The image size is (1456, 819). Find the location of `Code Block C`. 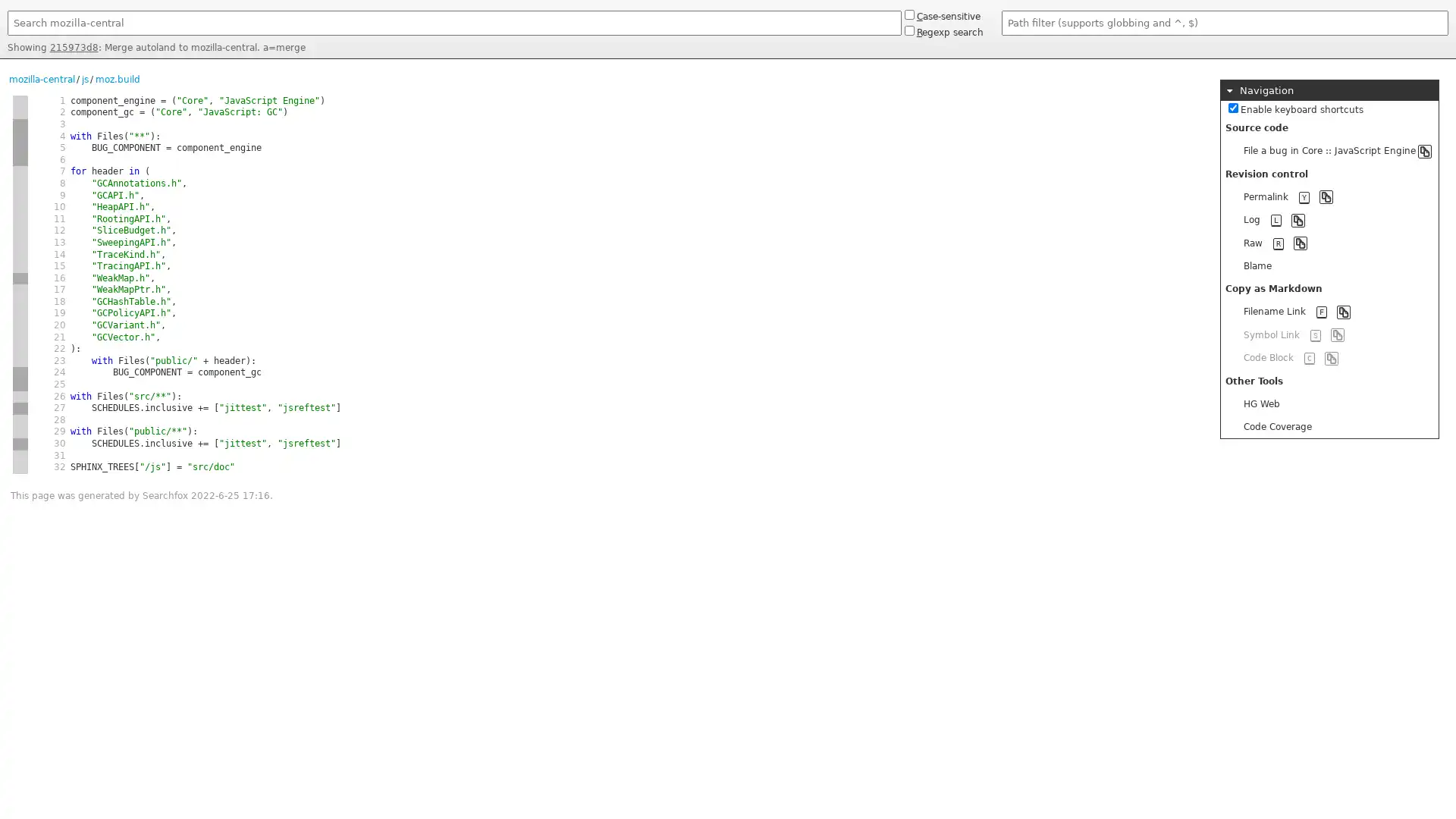

Code Block C is located at coordinates (1329, 357).